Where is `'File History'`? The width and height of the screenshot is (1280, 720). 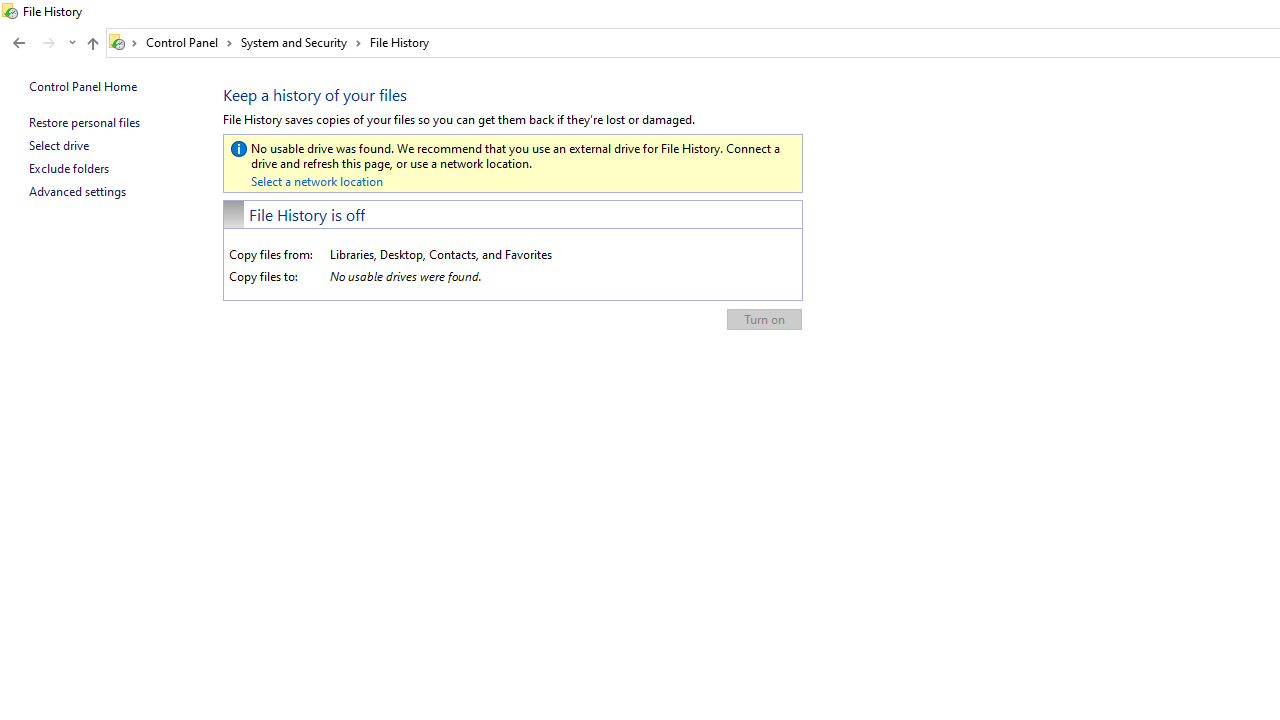
'File History' is located at coordinates (399, 42).